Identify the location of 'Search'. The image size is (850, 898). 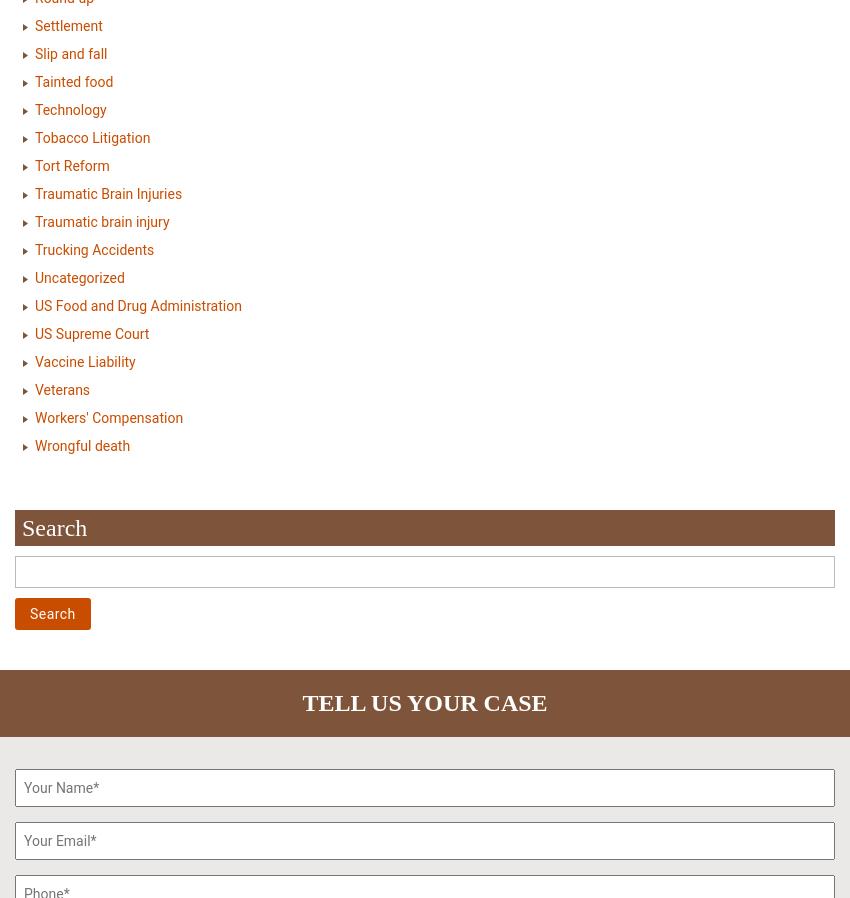
(21, 526).